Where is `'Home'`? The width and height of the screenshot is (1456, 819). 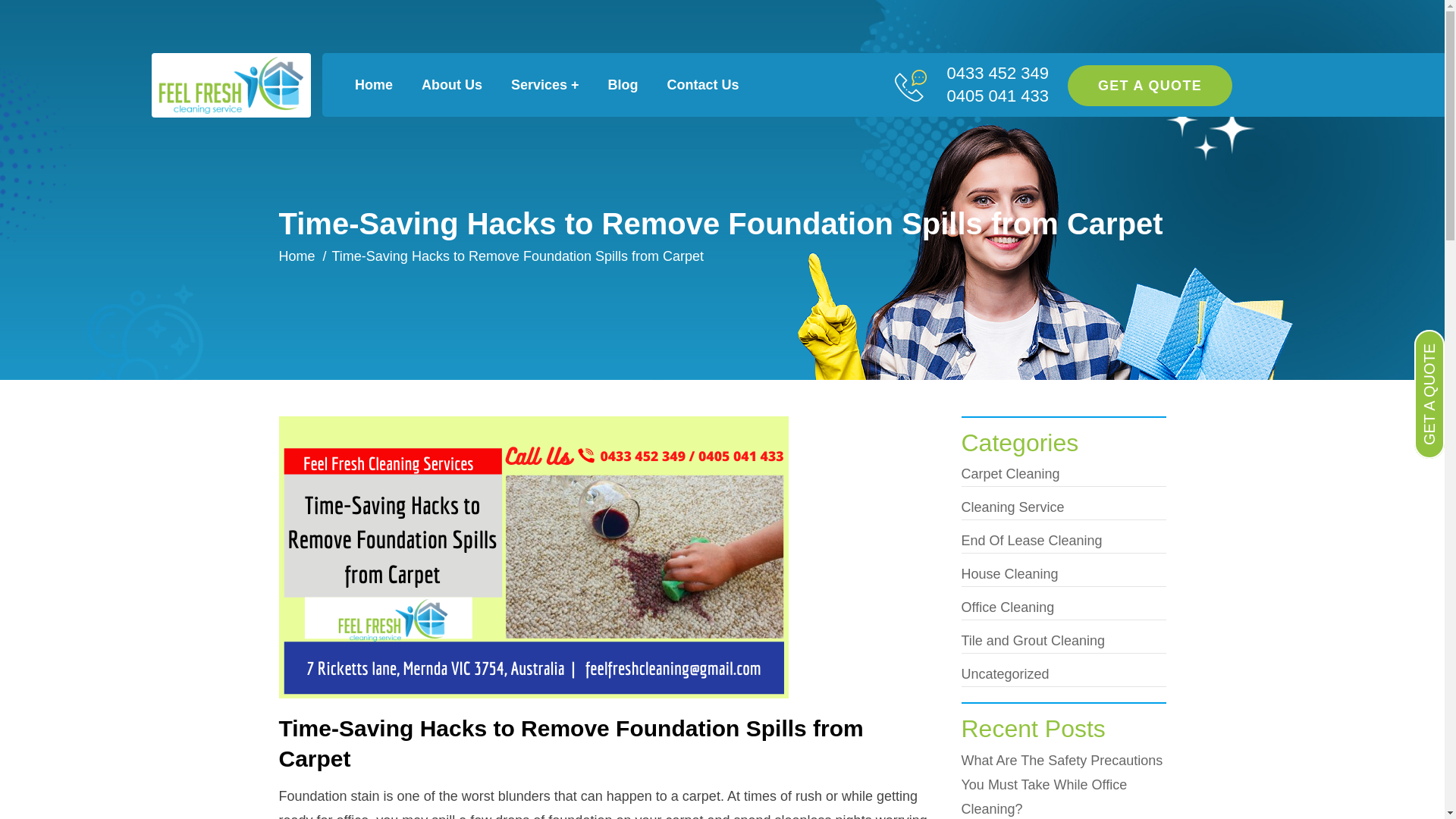 'Home' is located at coordinates (381, 84).